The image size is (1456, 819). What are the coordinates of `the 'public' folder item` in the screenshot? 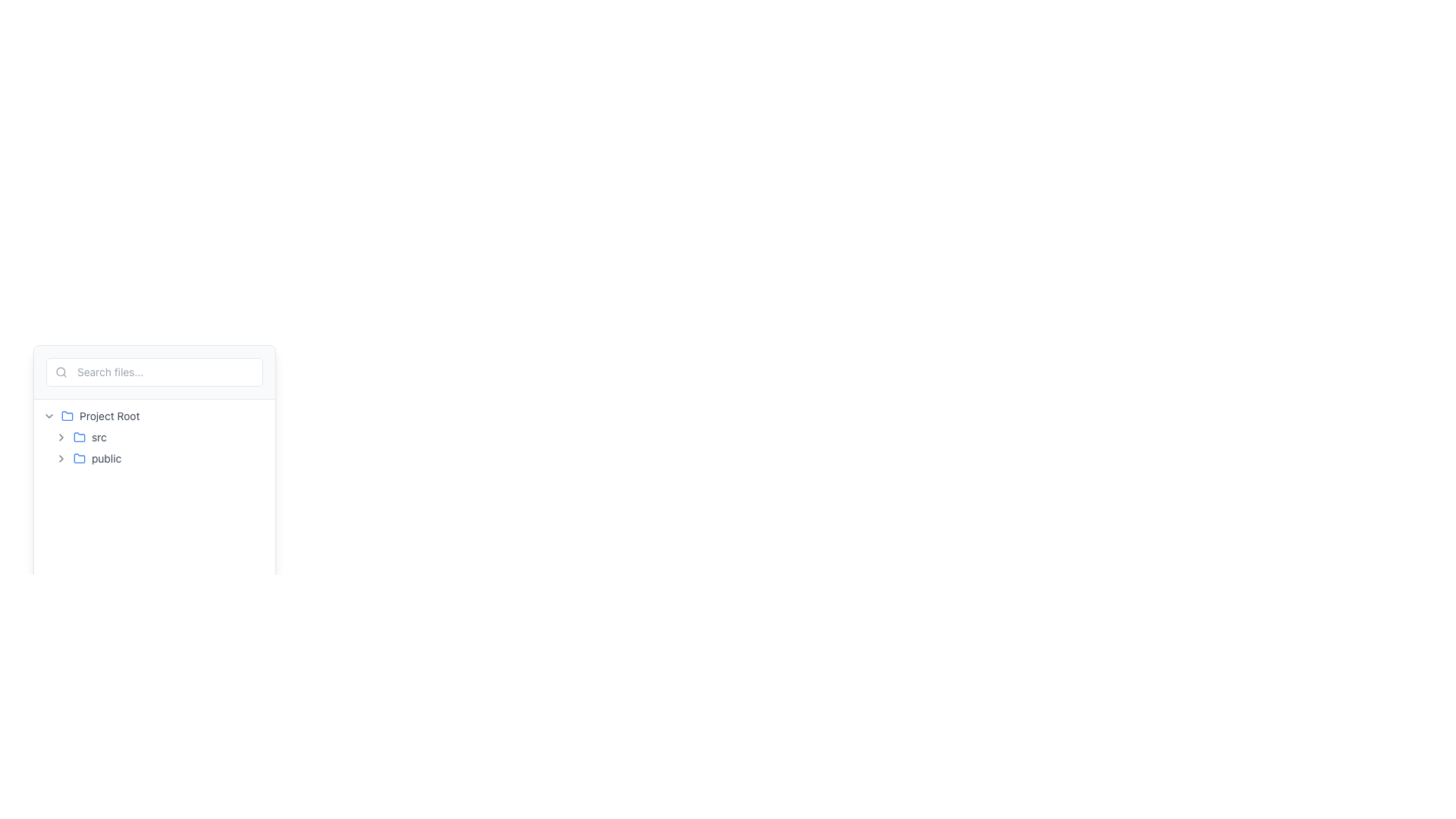 It's located at (154, 458).